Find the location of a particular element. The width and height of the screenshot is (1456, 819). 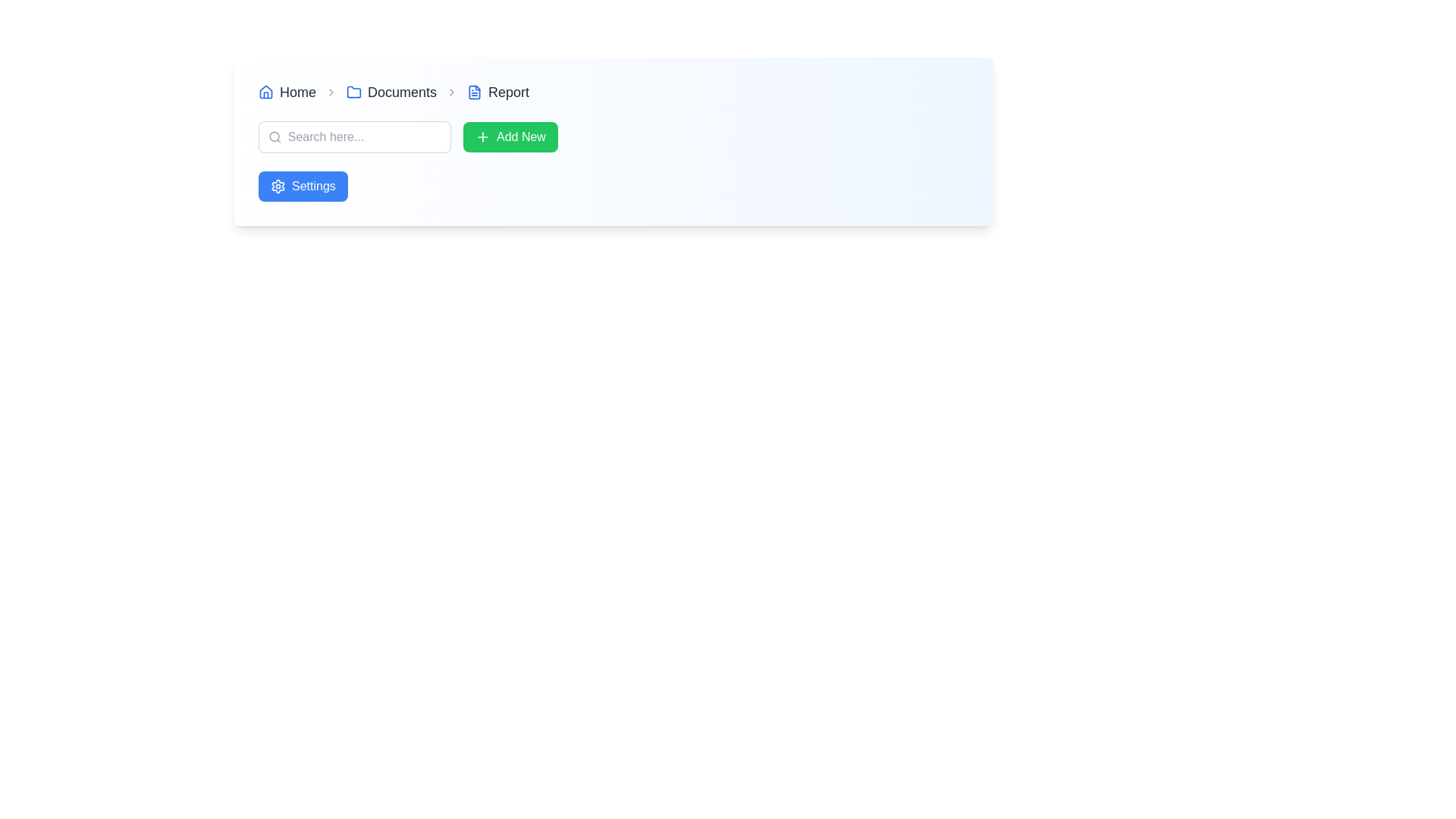

the 'Settings' label, which indicates the functionality of the settings button, located beside a settings icon with a blue background is located at coordinates (312, 186).